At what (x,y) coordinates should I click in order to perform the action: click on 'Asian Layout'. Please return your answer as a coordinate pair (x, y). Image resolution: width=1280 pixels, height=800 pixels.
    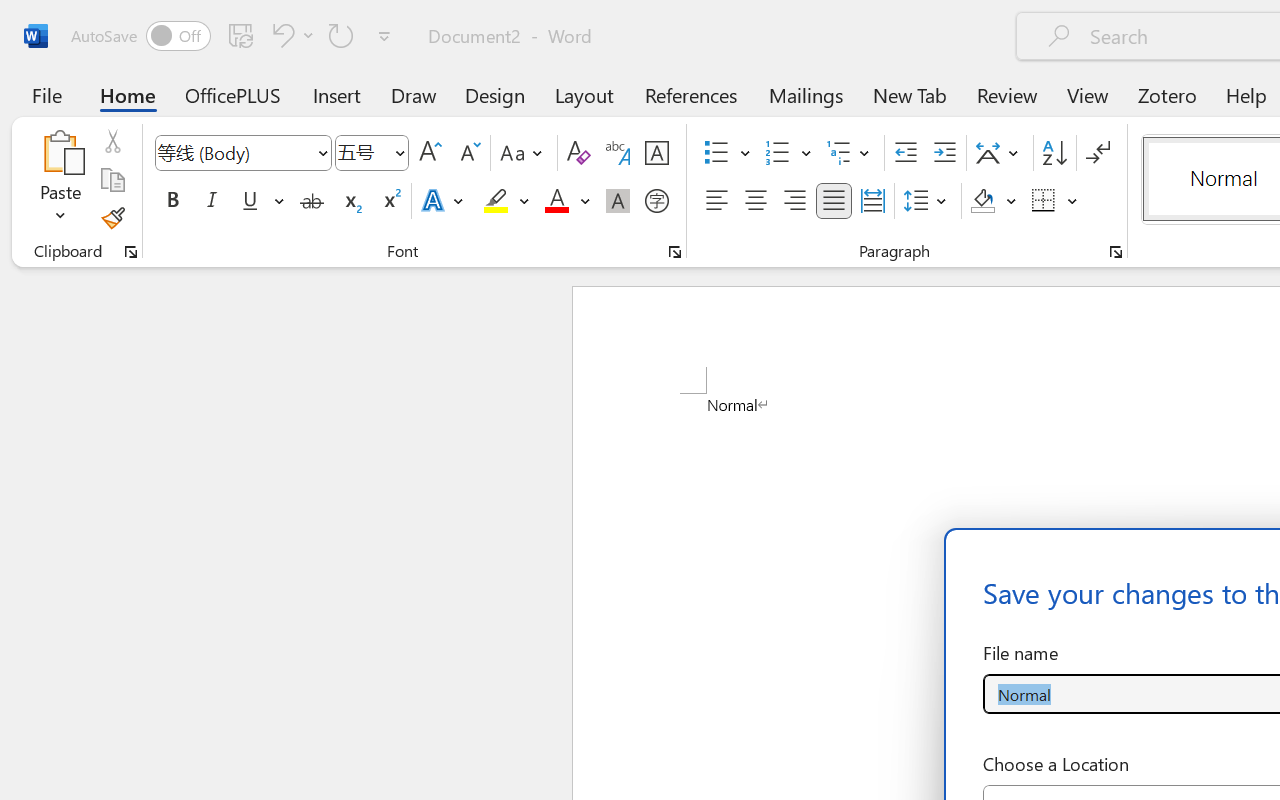
    Looking at the image, I should click on (1000, 153).